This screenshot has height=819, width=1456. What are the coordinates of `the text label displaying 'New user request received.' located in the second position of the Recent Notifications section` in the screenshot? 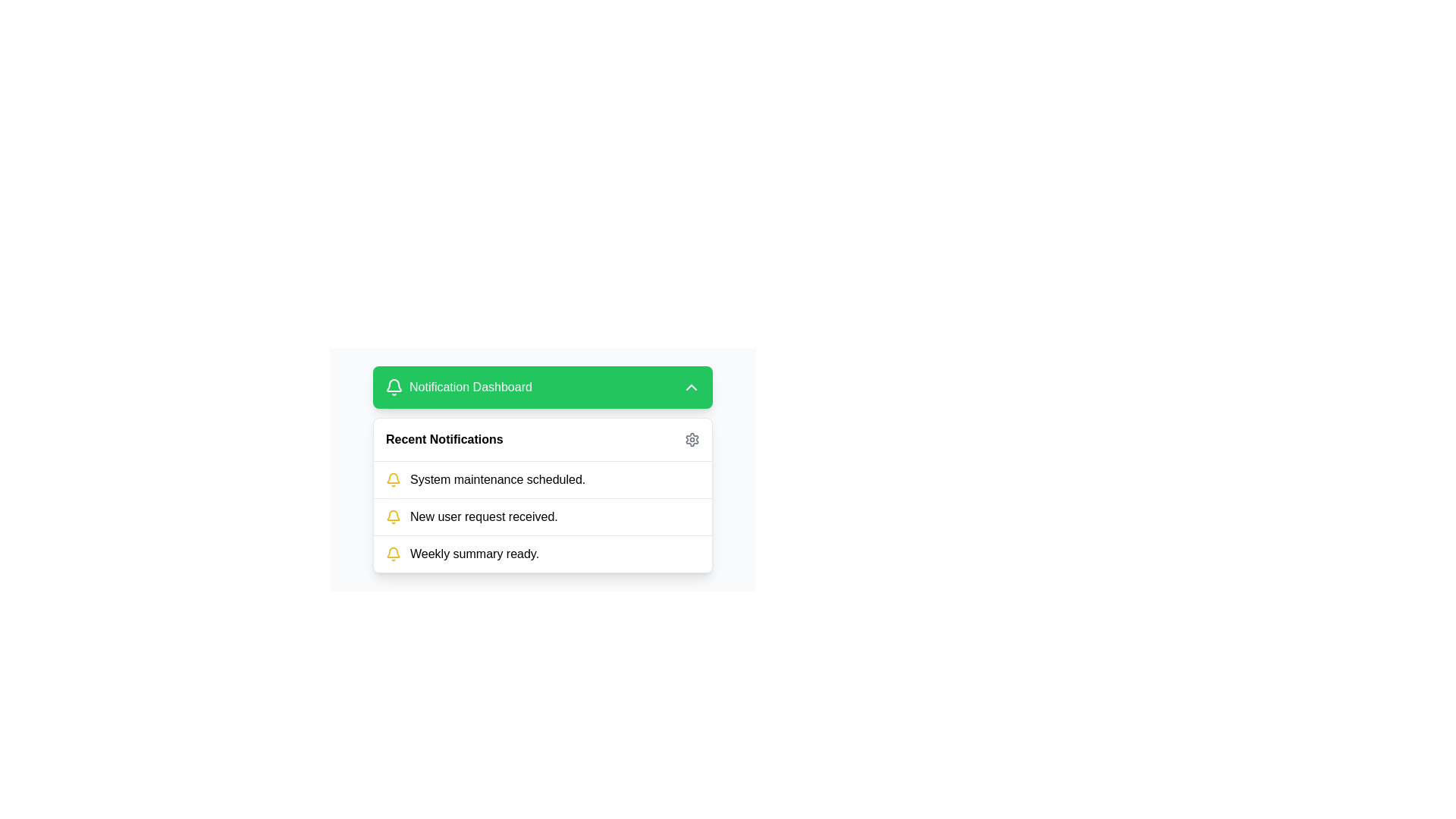 It's located at (483, 516).